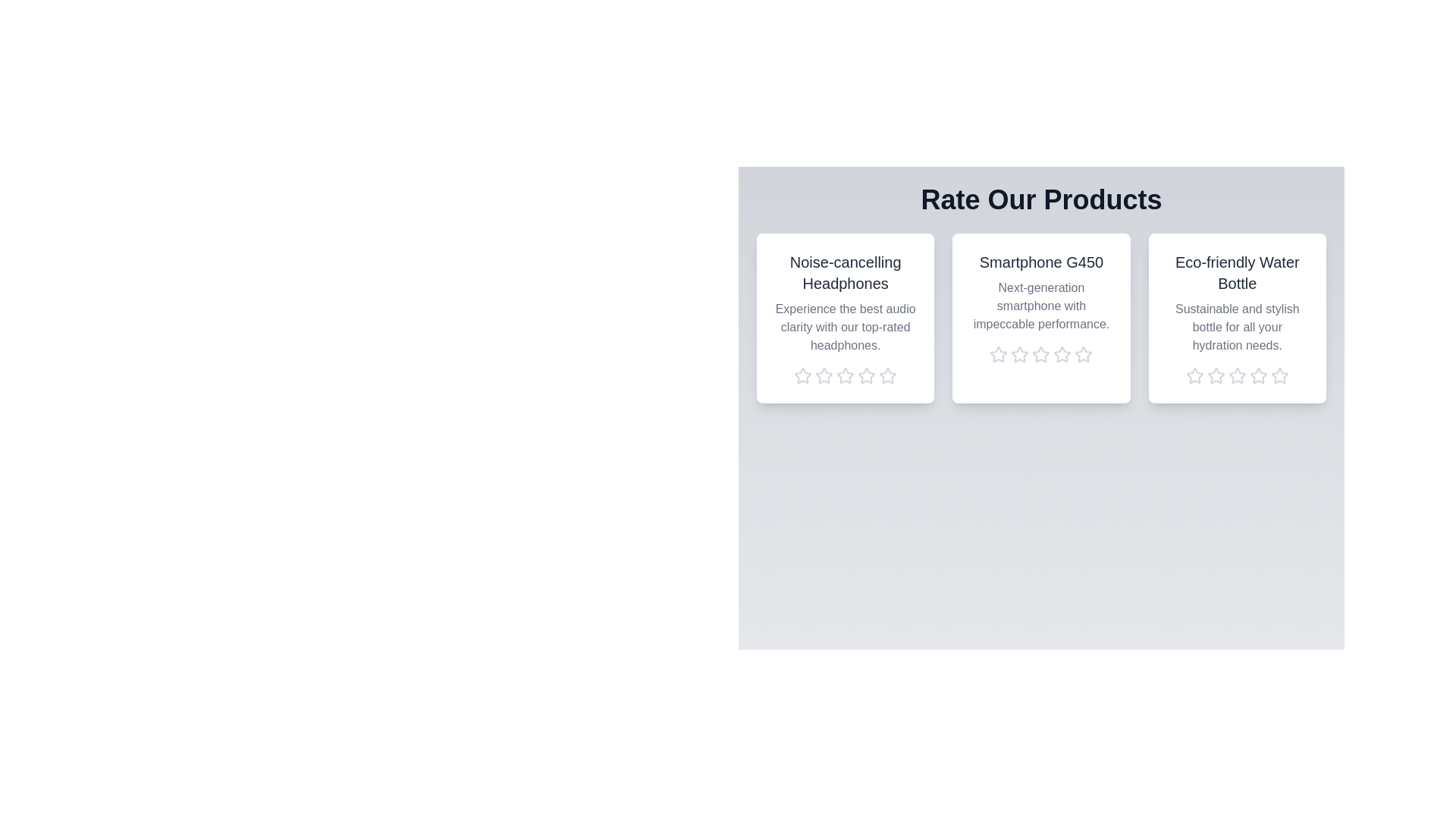 This screenshot has height=819, width=1456. I want to click on the rating of the product 'Noise-cancelling Headphones' to 5 stars, so click(888, 375).